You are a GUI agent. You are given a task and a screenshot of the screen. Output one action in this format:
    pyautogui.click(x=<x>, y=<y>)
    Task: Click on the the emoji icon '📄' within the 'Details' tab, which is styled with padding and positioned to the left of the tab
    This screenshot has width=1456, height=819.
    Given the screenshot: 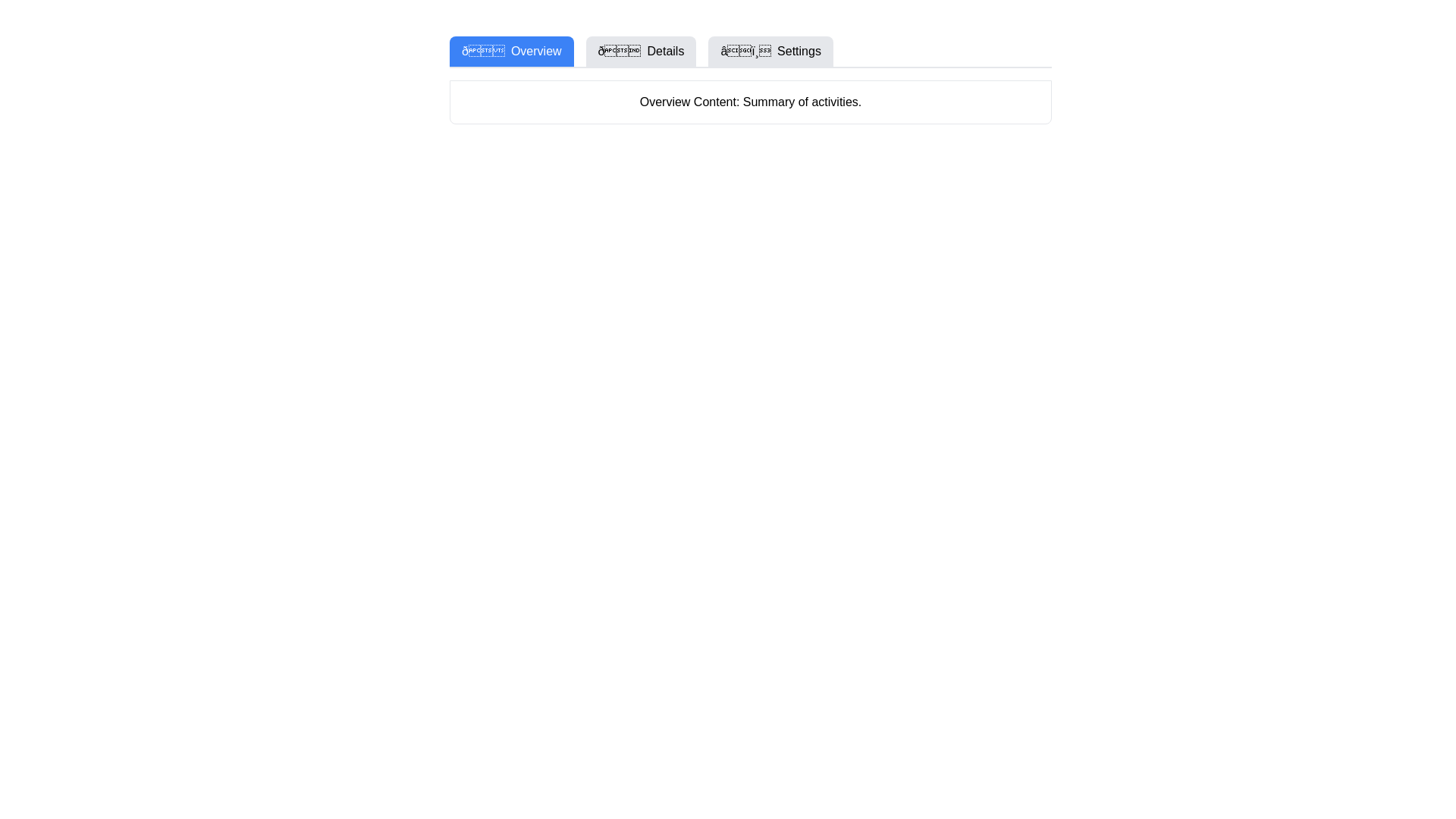 What is the action you would take?
    pyautogui.click(x=619, y=50)
    